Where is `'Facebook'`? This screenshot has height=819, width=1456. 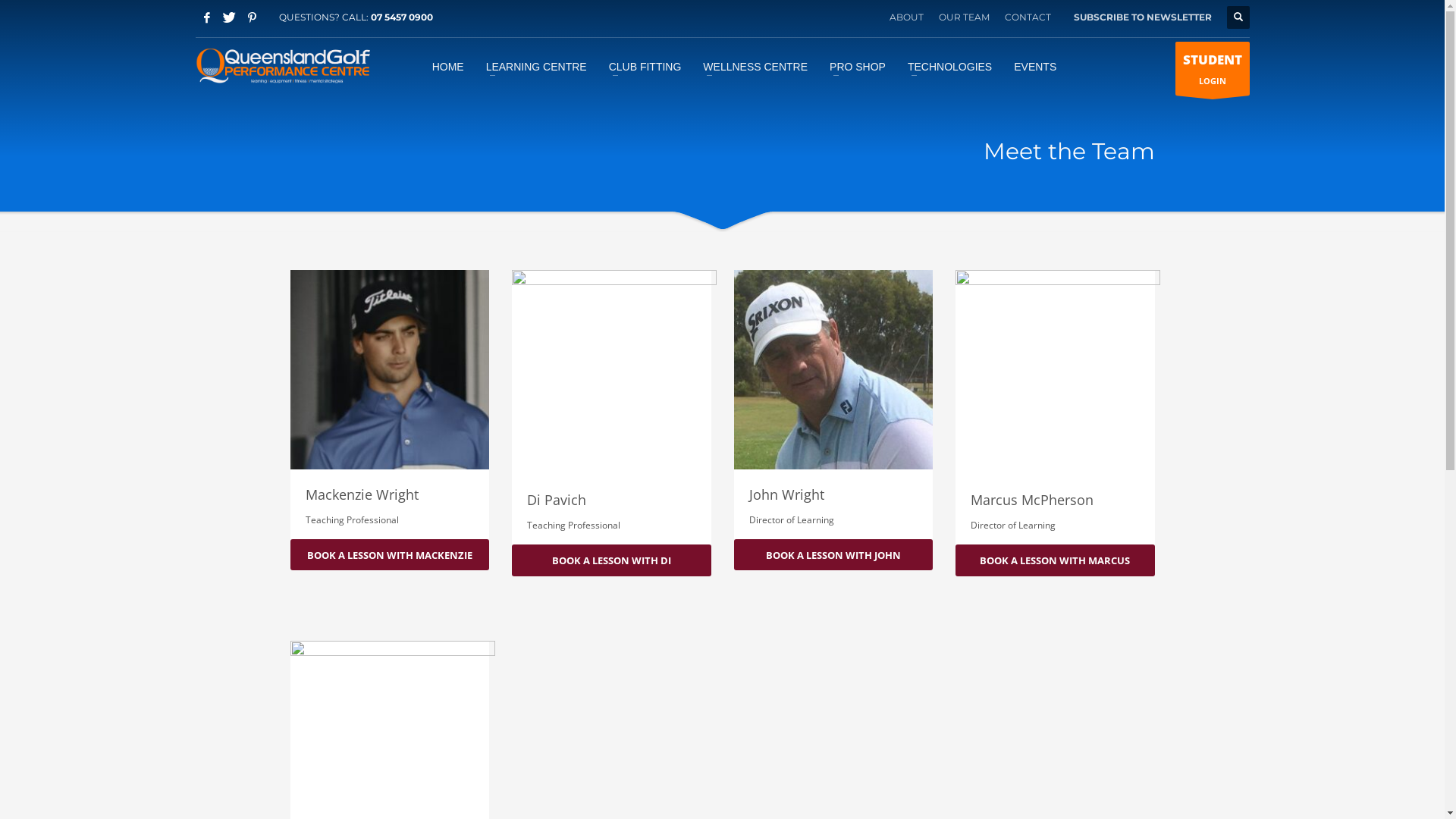 'Facebook' is located at coordinates (206, 17).